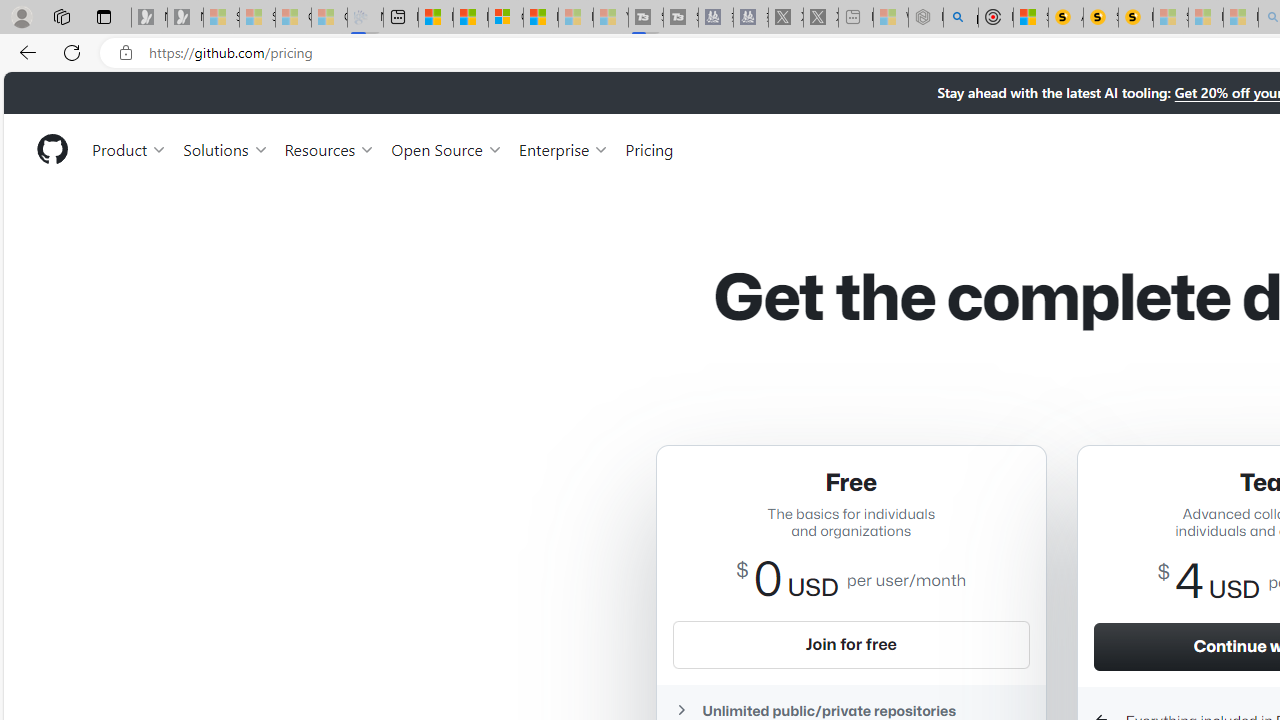  I want to click on 'Solutions', so click(225, 148).